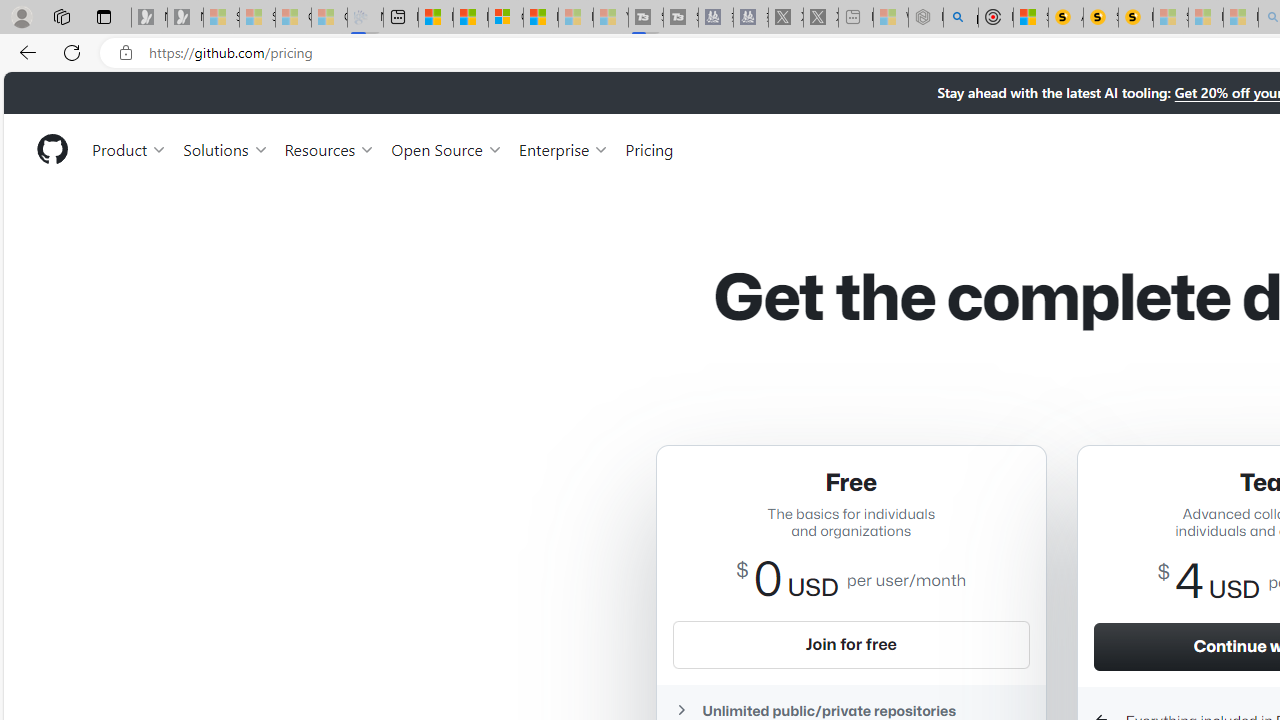  I want to click on 'Solutions', so click(225, 148).